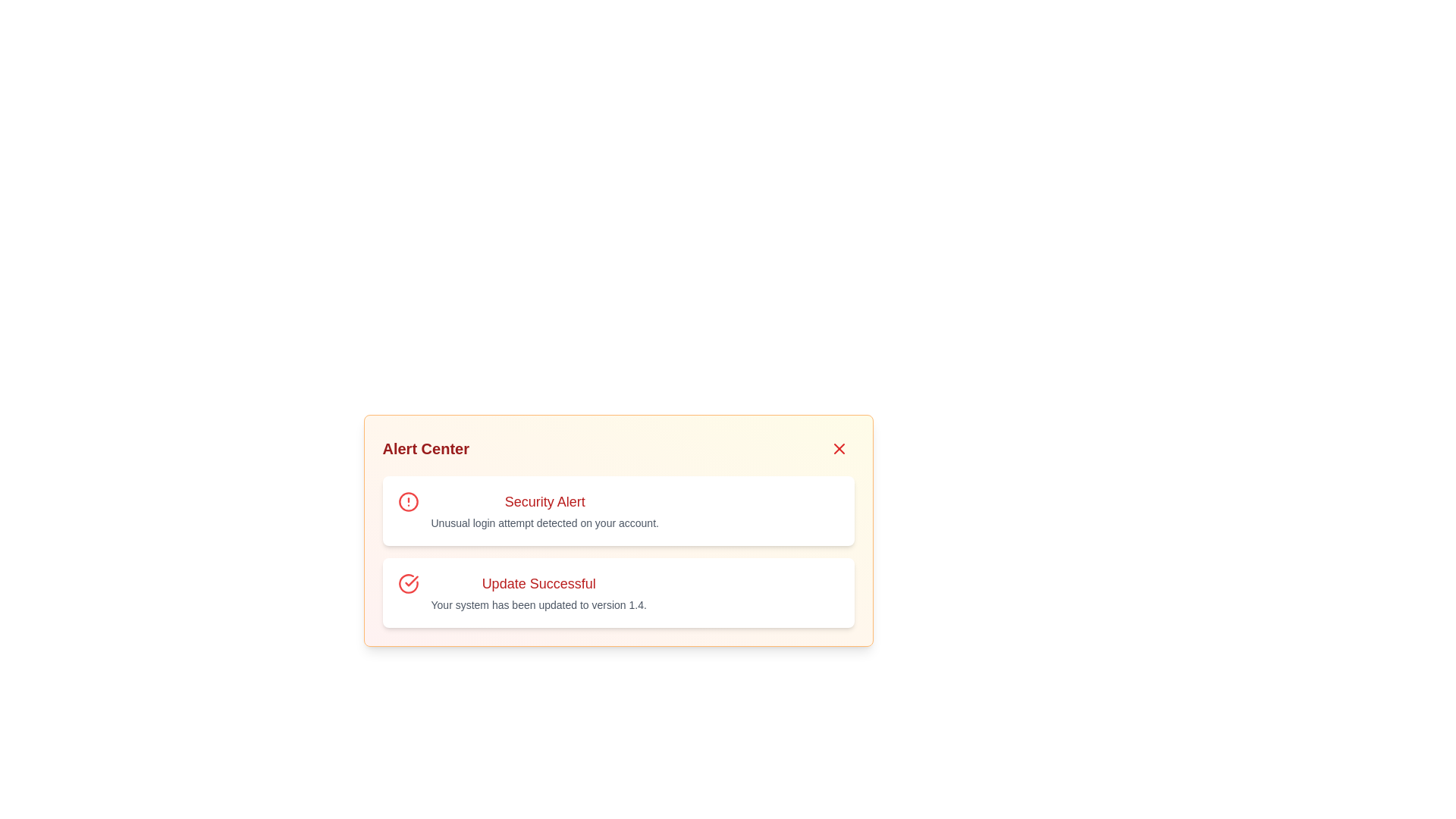 This screenshot has width=1456, height=819. I want to click on the warning circle icon that indicates a security alert, located to the left of the 'Security Alert' text, so click(408, 502).